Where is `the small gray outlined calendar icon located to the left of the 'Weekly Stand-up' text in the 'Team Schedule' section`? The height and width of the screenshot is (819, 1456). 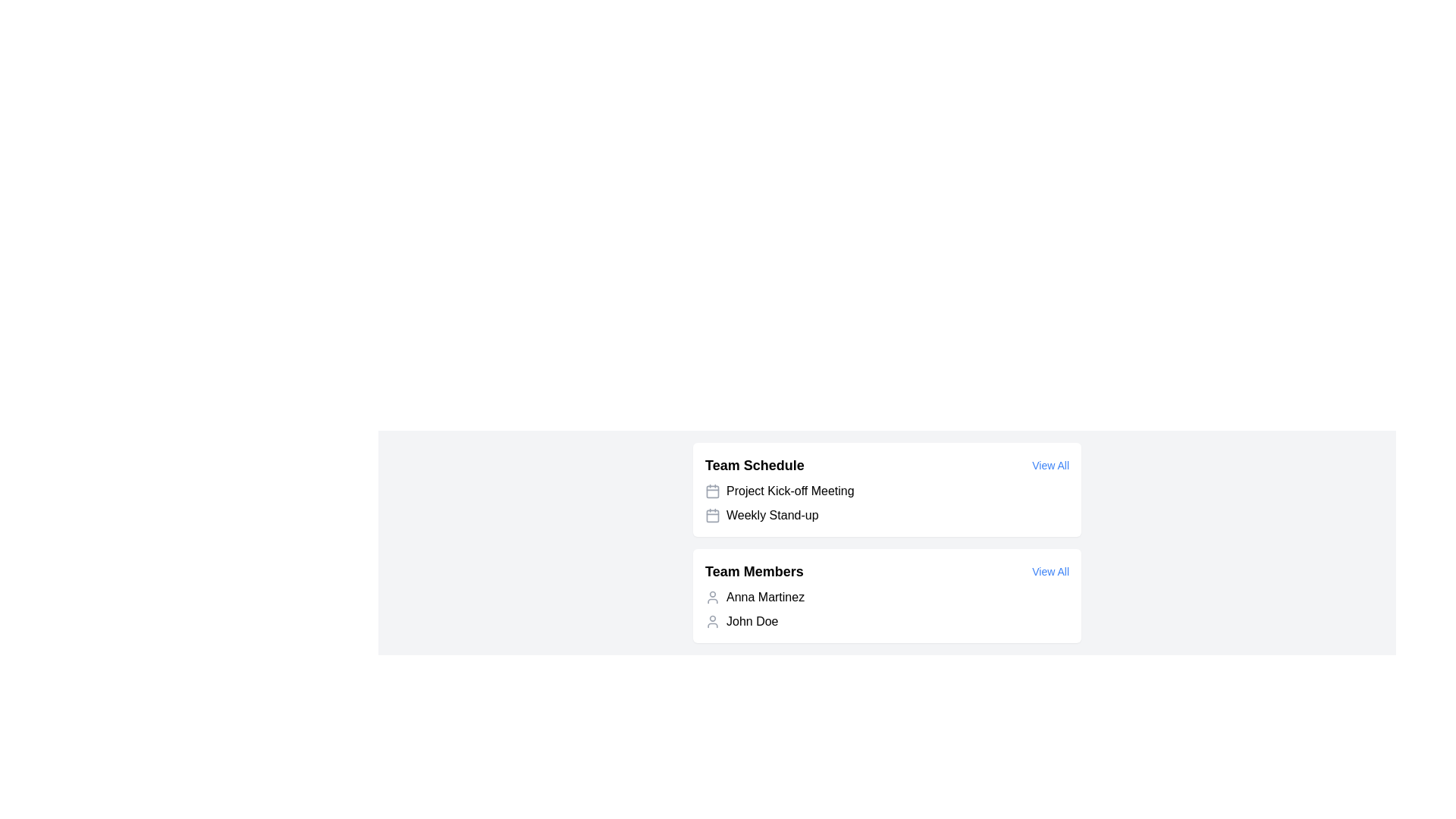 the small gray outlined calendar icon located to the left of the 'Weekly Stand-up' text in the 'Team Schedule' section is located at coordinates (712, 514).